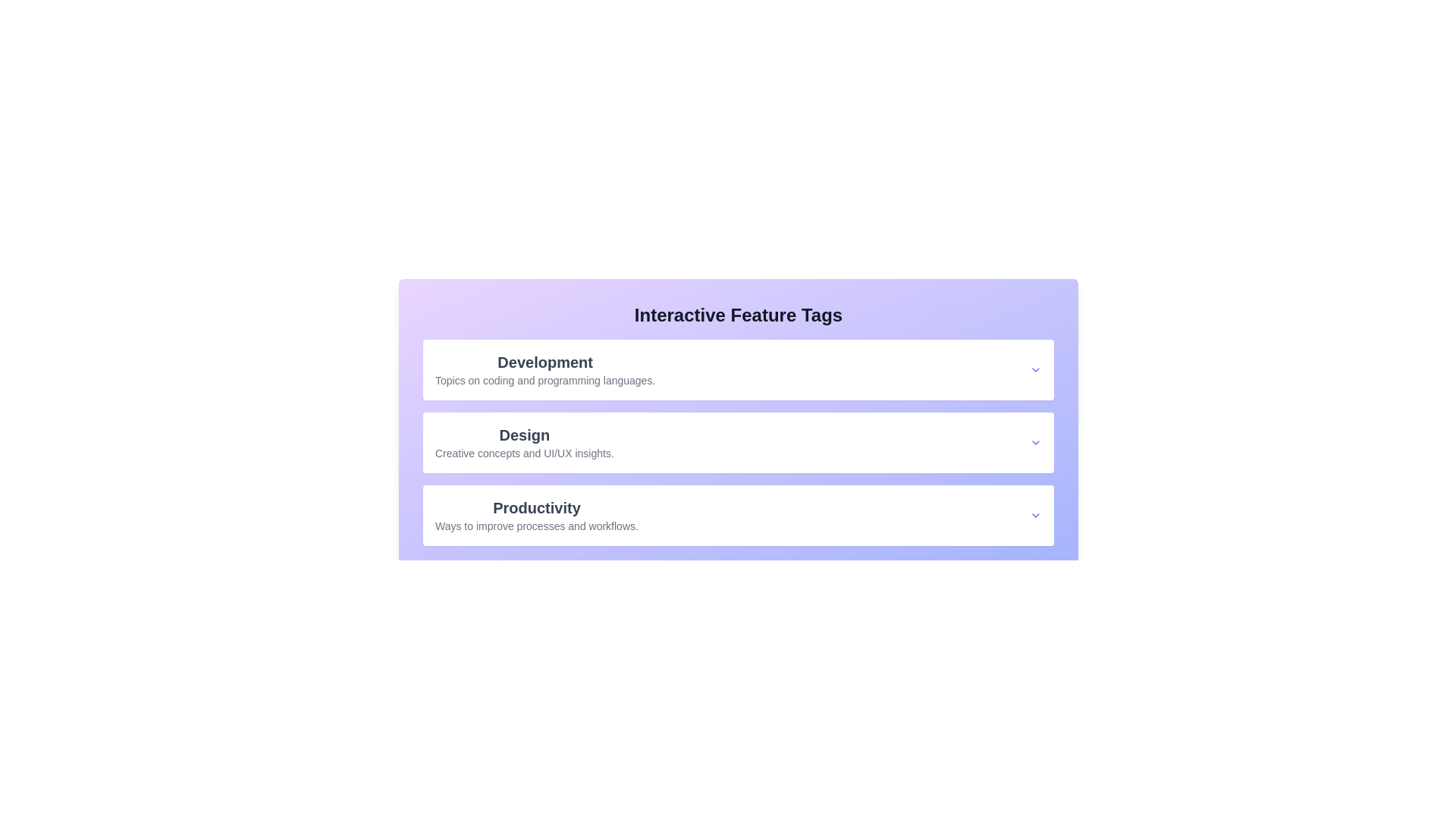 This screenshot has height=819, width=1456. What do you see at coordinates (536, 508) in the screenshot?
I see `header text labeled 'Productivity', which is styled in bold with a larger font size and dark gray color, positioned above the text 'Ways to improve processes and workflows.'` at bounding box center [536, 508].